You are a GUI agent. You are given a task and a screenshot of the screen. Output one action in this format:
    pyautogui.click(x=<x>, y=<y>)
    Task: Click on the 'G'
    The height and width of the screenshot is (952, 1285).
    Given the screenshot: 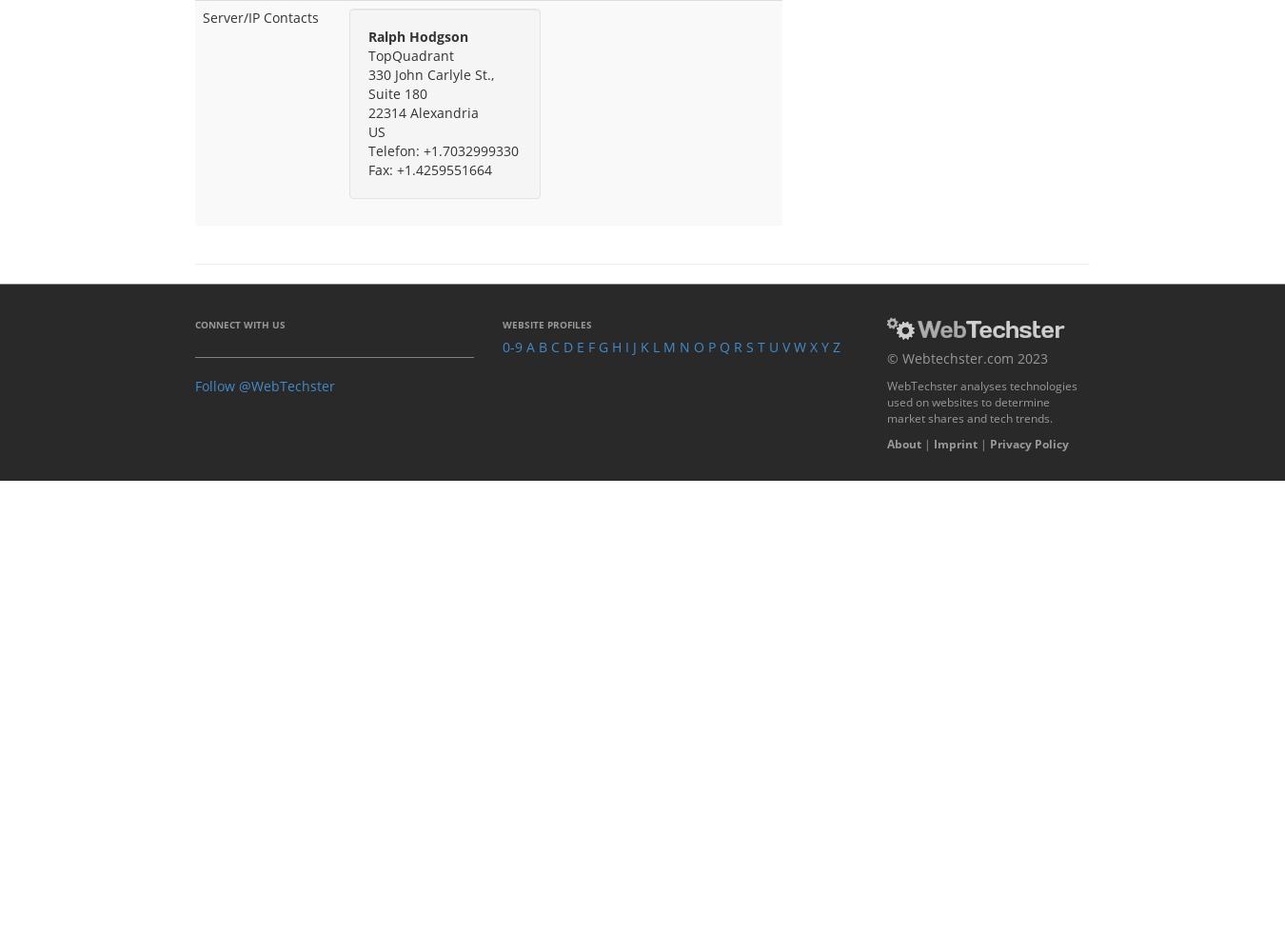 What is the action you would take?
    pyautogui.click(x=603, y=345)
    